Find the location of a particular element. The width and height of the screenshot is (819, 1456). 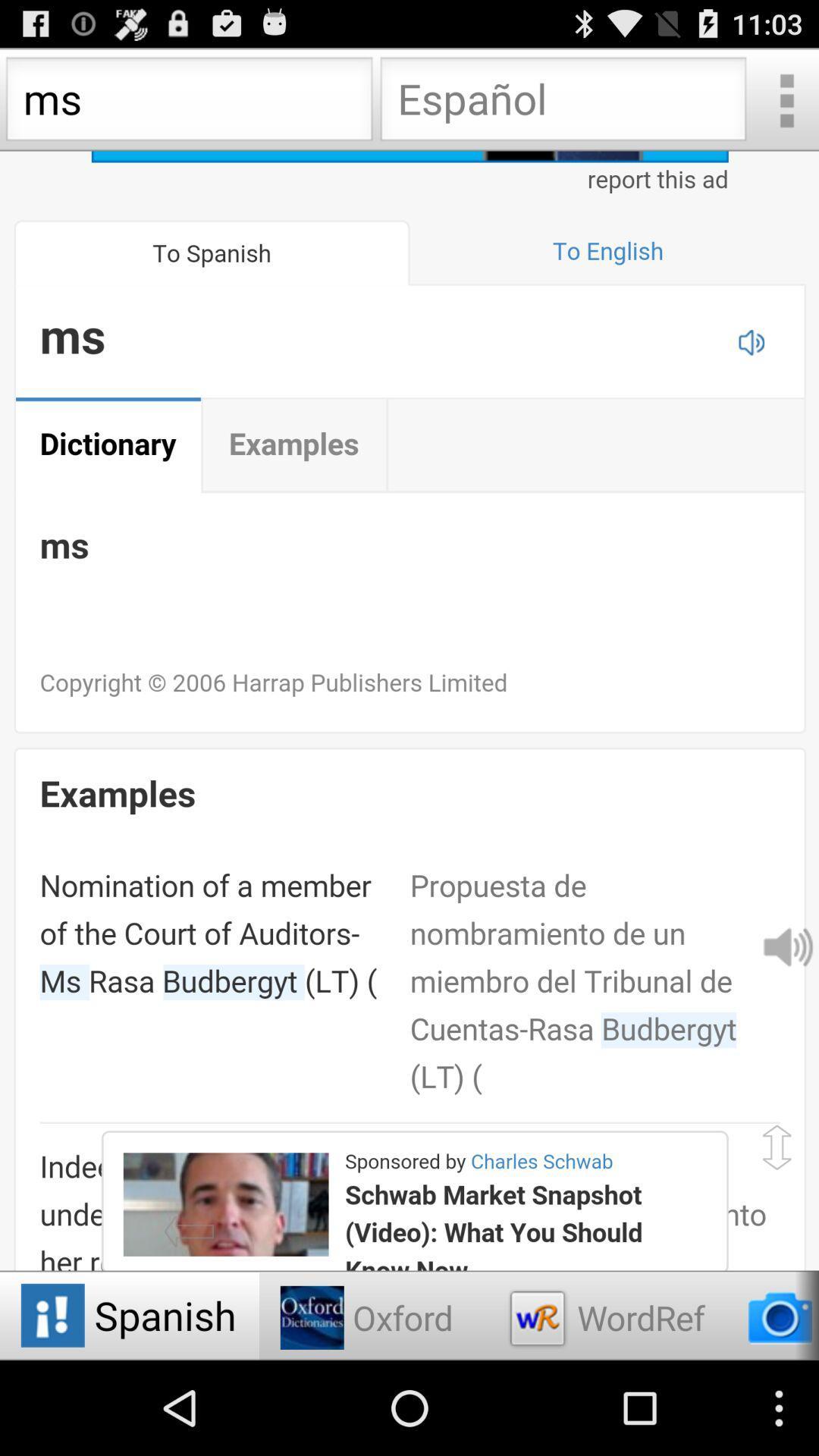

the more icon is located at coordinates (785, 110).